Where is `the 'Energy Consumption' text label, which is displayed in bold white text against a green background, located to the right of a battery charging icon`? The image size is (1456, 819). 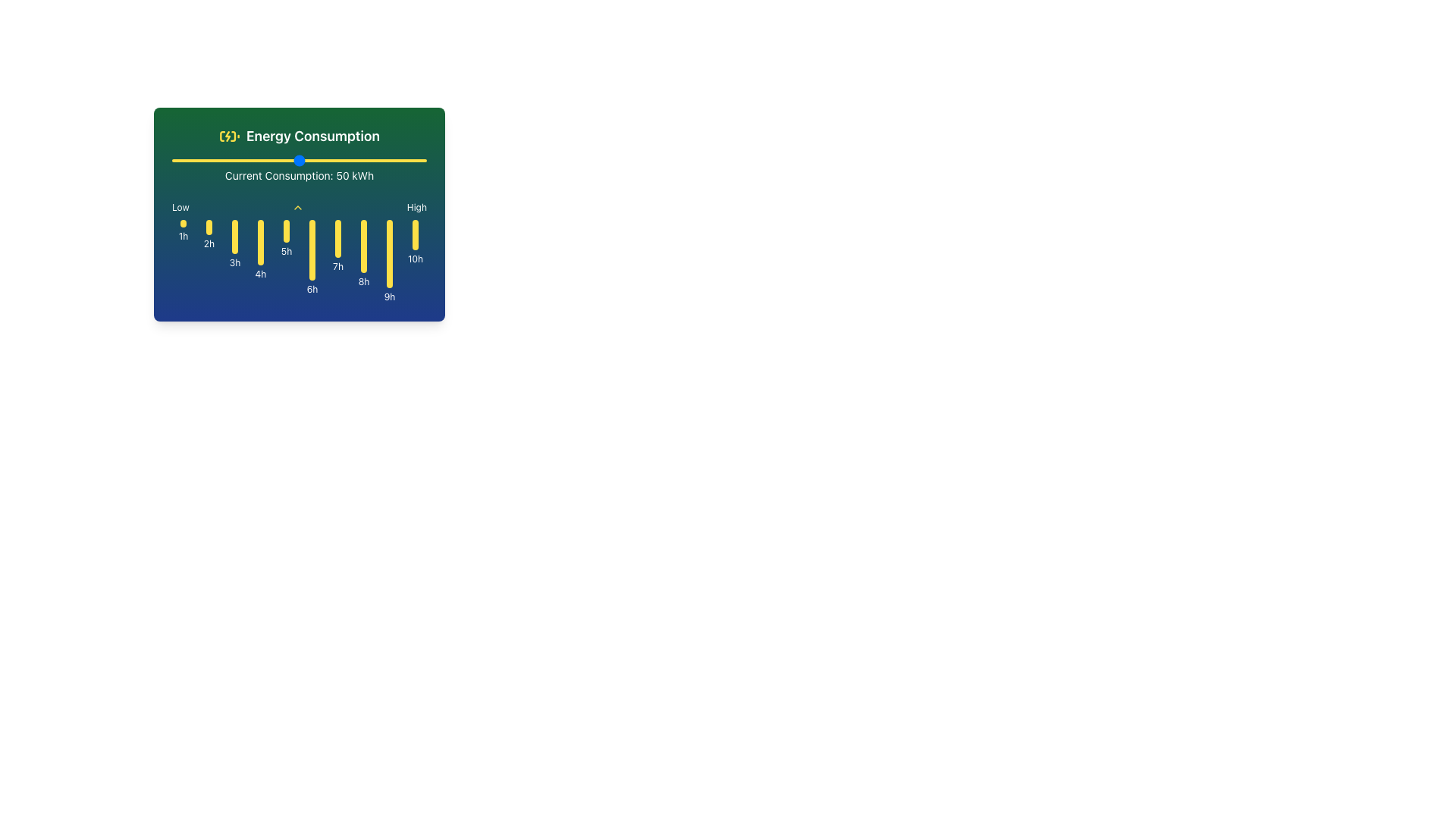
the 'Energy Consumption' text label, which is displayed in bold white text against a green background, located to the right of a battery charging icon is located at coordinates (312, 136).